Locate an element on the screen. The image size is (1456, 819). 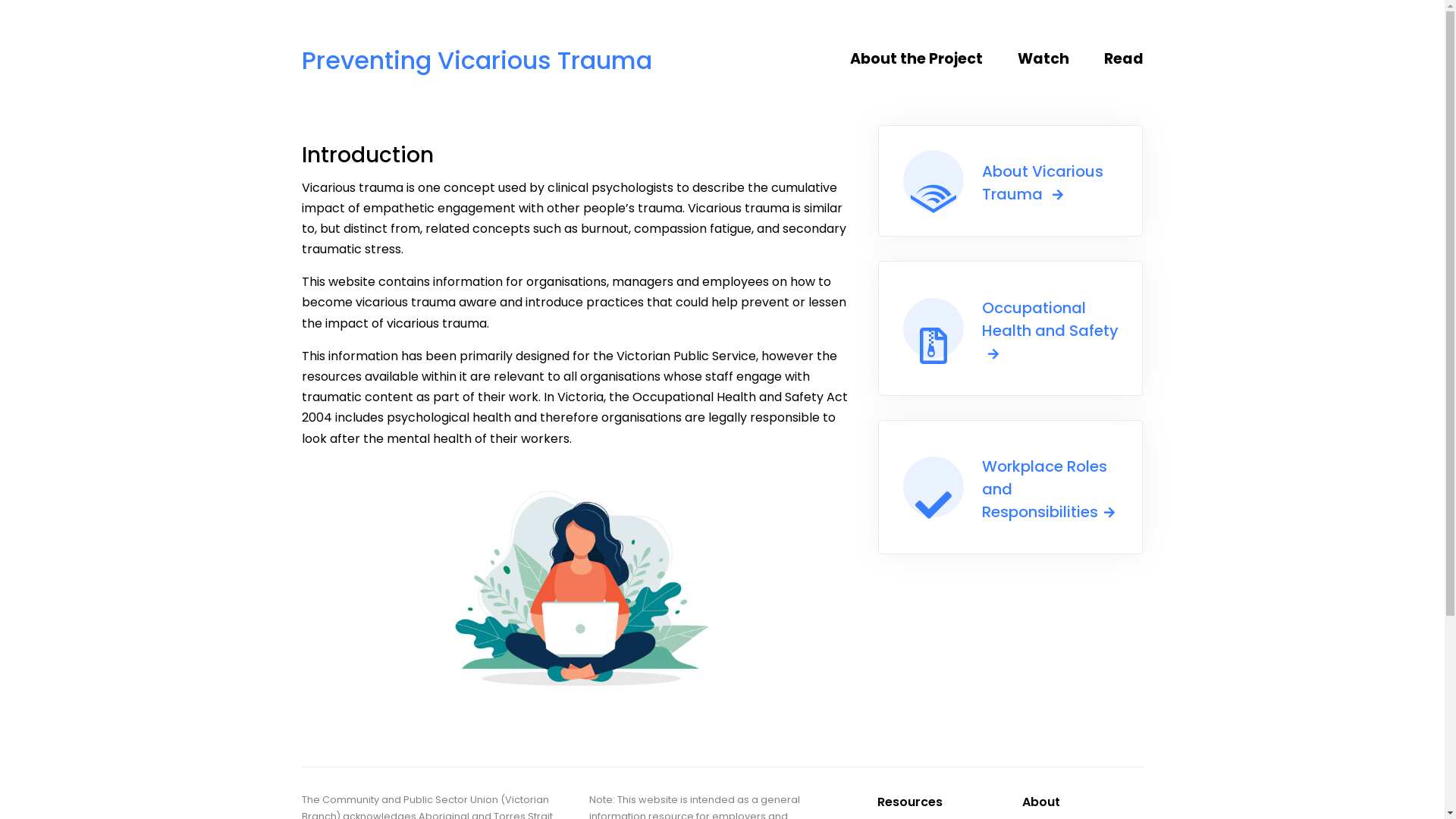
'About Vicarious Trauma' is located at coordinates (877, 180).